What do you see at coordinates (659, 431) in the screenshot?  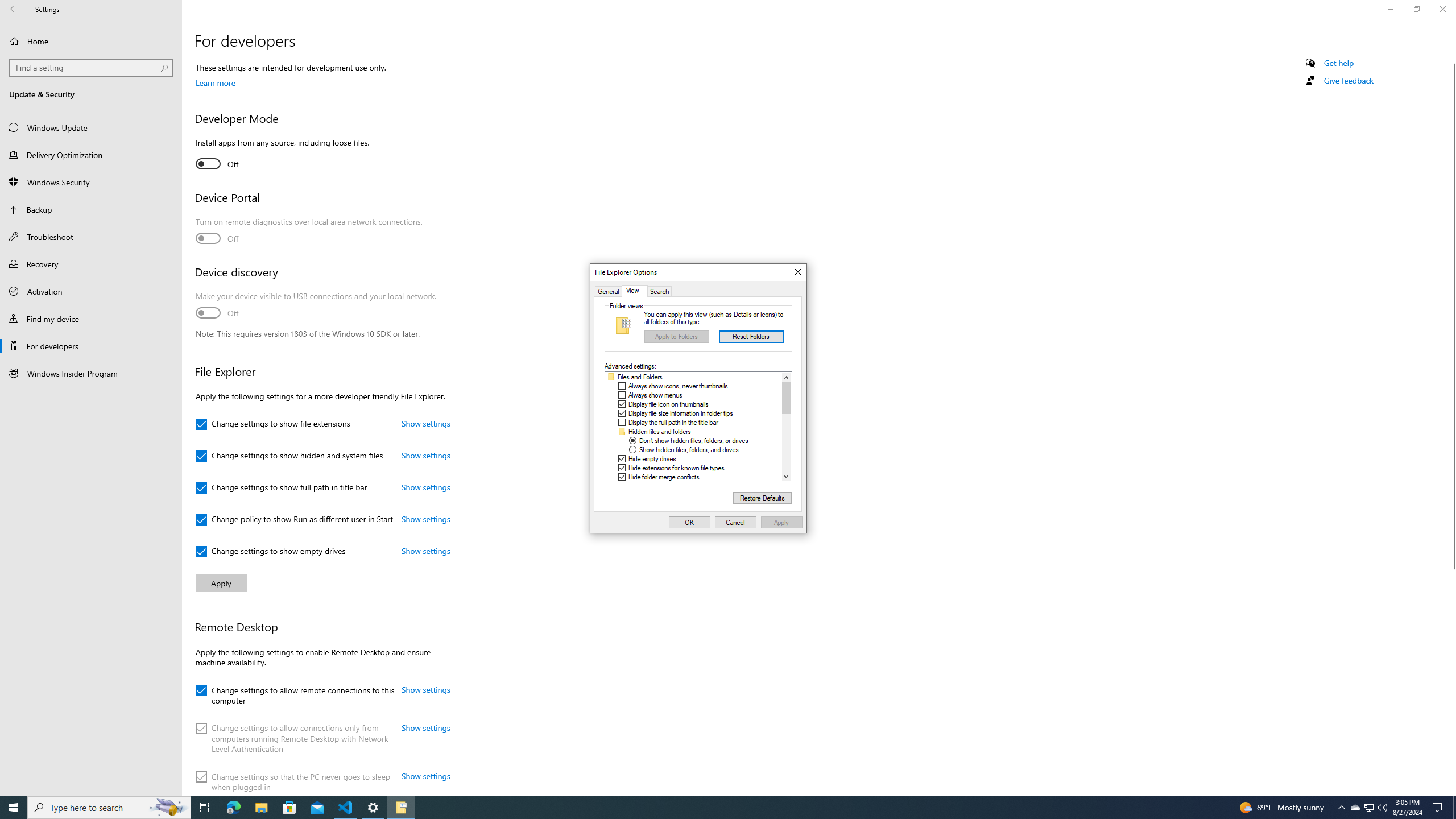 I see `'Hidden files and folders'` at bounding box center [659, 431].